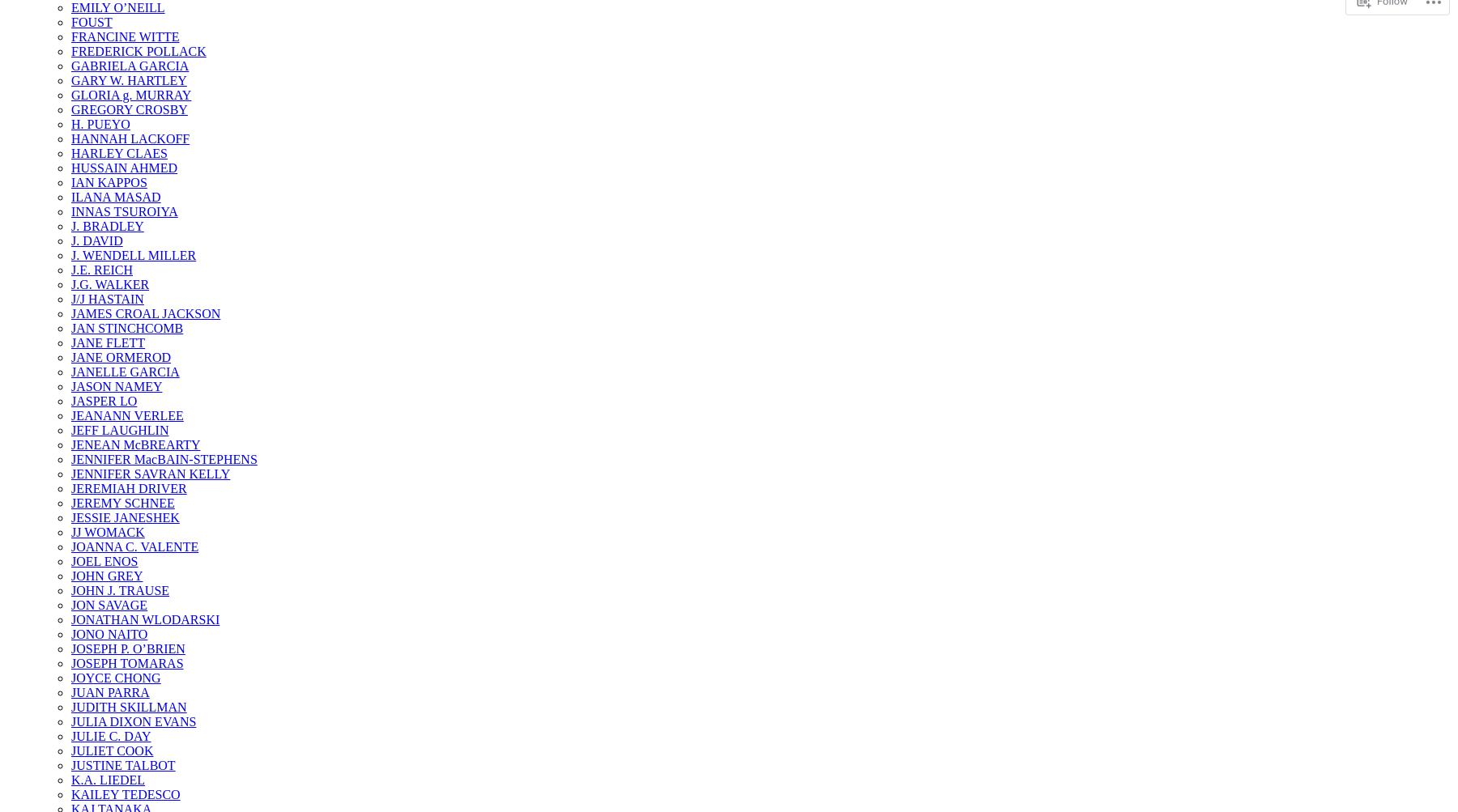 The image size is (1458, 812). What do you see at coordinates (119, 429) in the screenshot?
I see `'JEFF LAUGHLIN'` at bounding box center [119, 429].